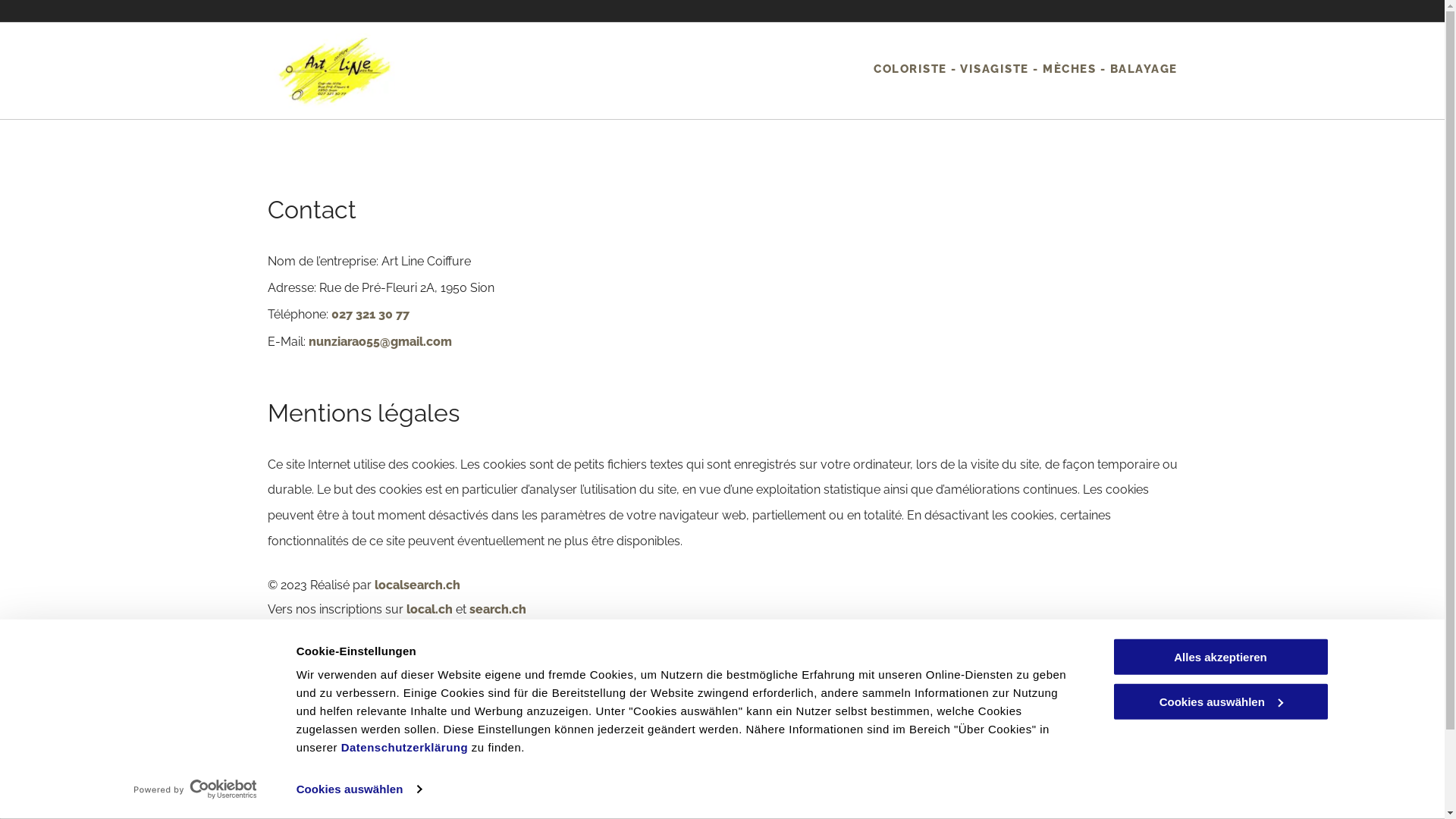 The width and height of the screenshot is (1456, 819). Describe the element at coordinates (417, 584) in the screenshot. I see `'localsearch.ch'` at that location.